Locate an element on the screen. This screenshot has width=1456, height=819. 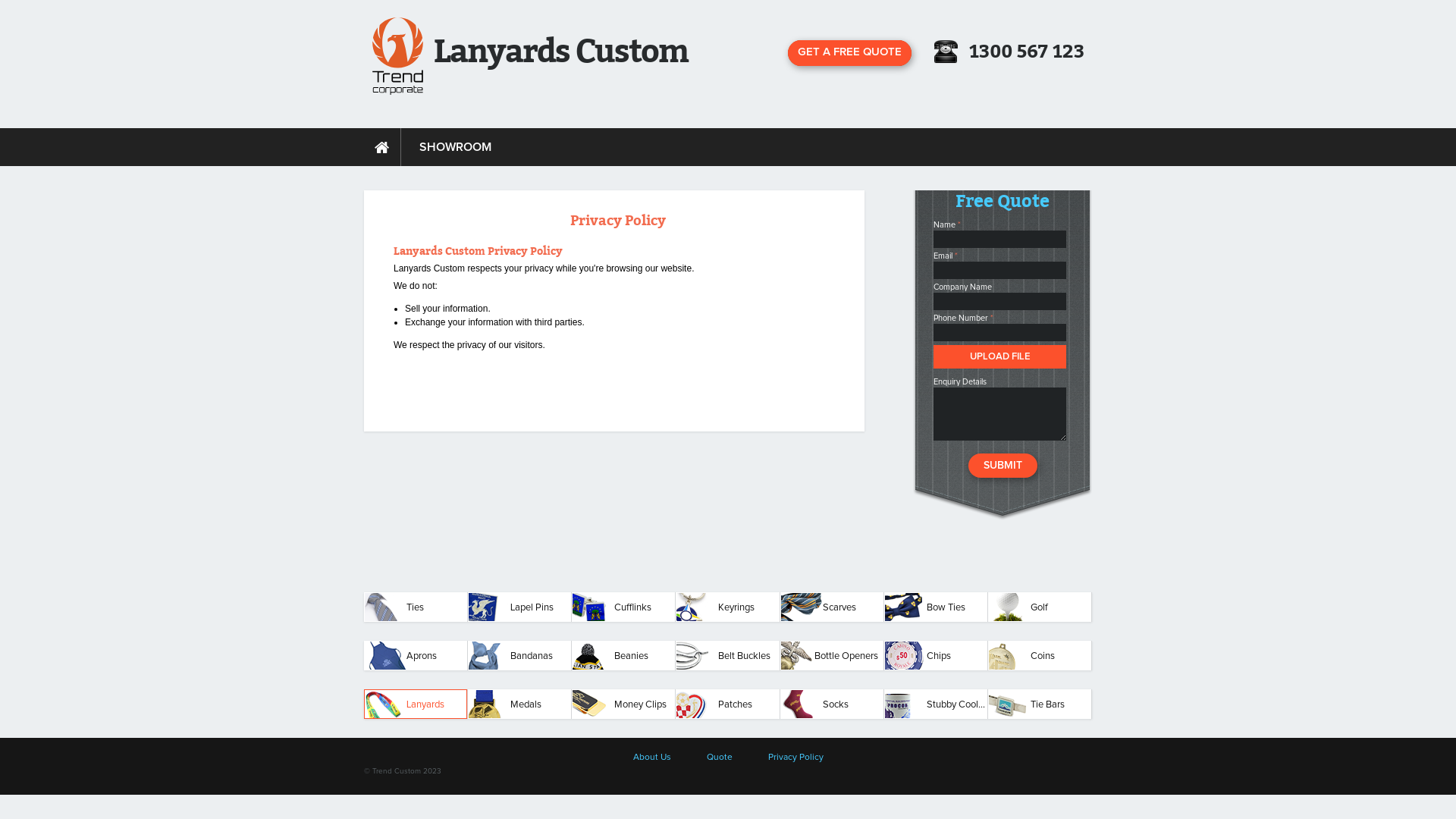
'Aprons' is located at coordinates (415, 654).